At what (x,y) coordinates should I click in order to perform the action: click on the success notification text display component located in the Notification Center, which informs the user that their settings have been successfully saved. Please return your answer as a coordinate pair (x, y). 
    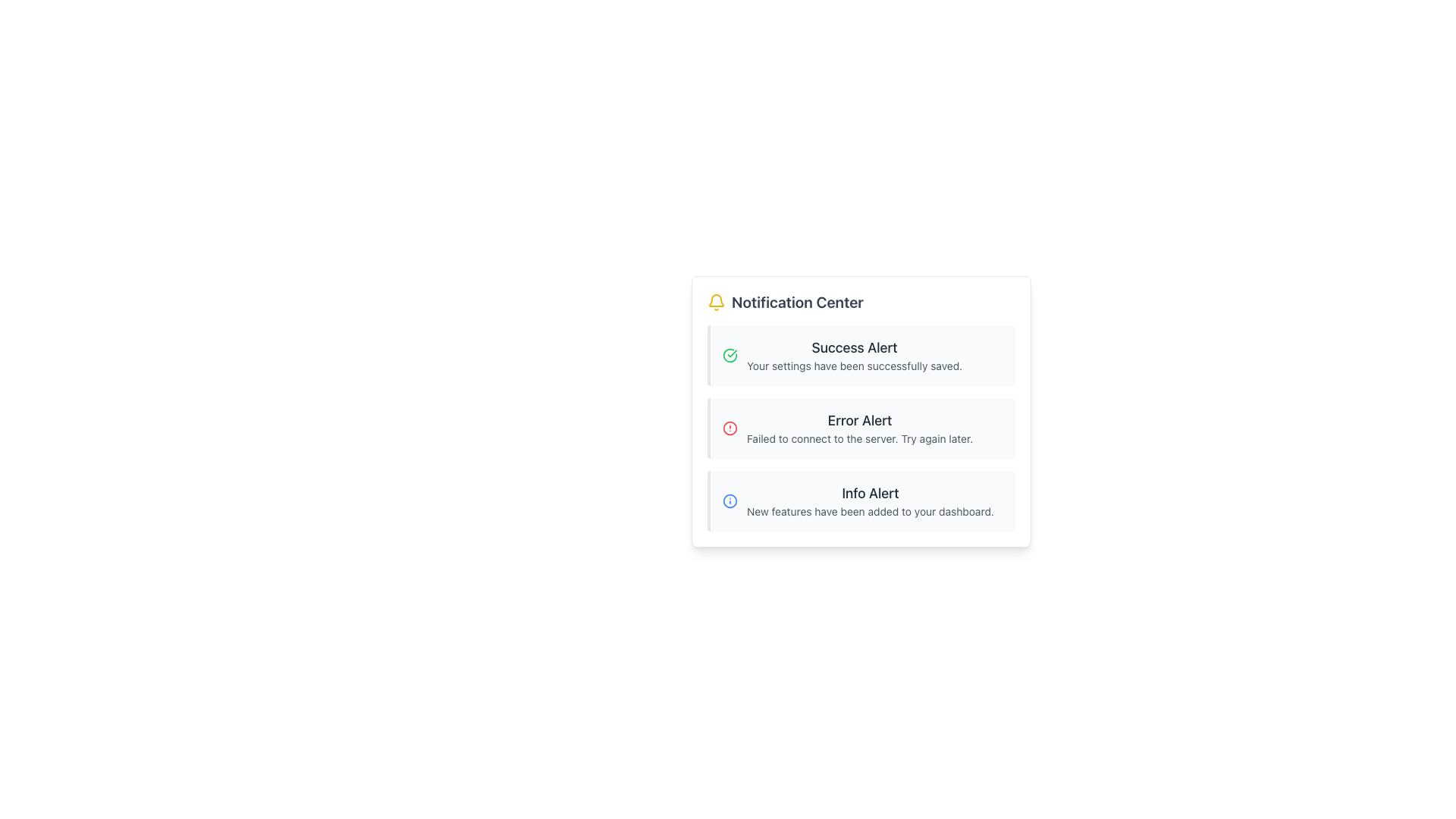
    Looking at the image, I should click on (855, 356).